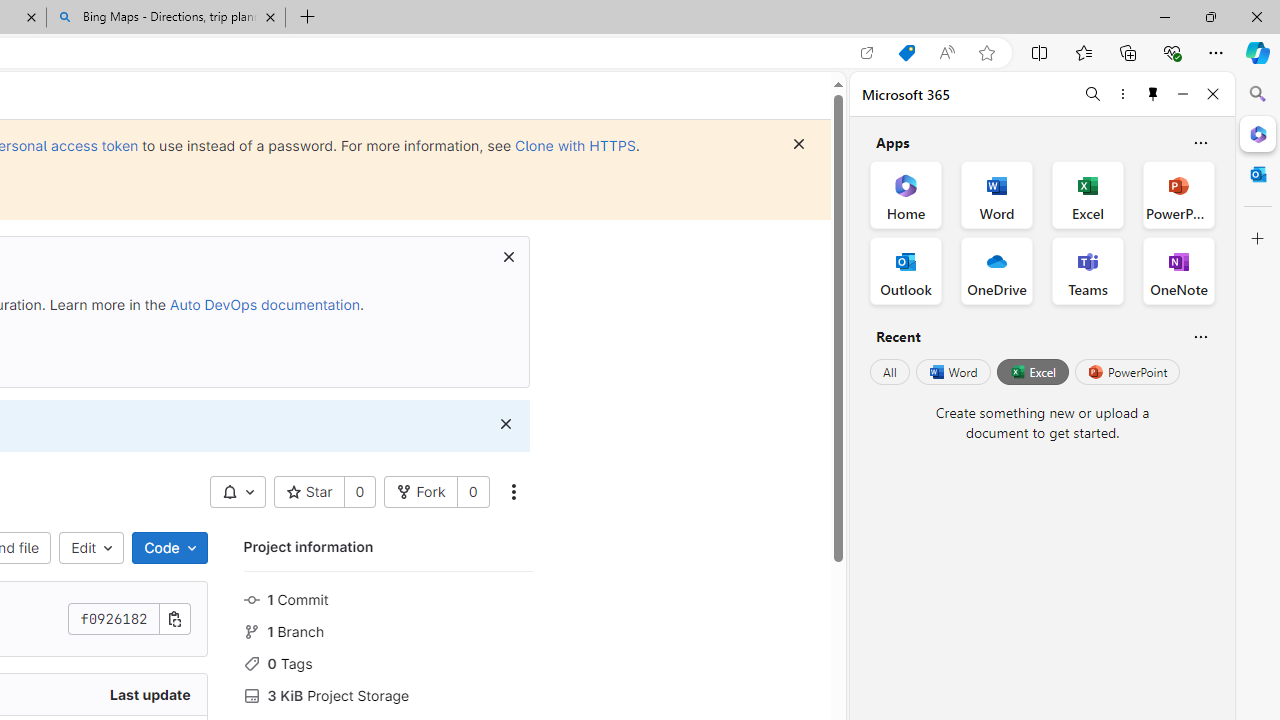 The image size is (1280, 720). What do you see at coordinates (1032, 372) in the screenshot?
I see `'Excel'` at bounding box center [1032, 372].